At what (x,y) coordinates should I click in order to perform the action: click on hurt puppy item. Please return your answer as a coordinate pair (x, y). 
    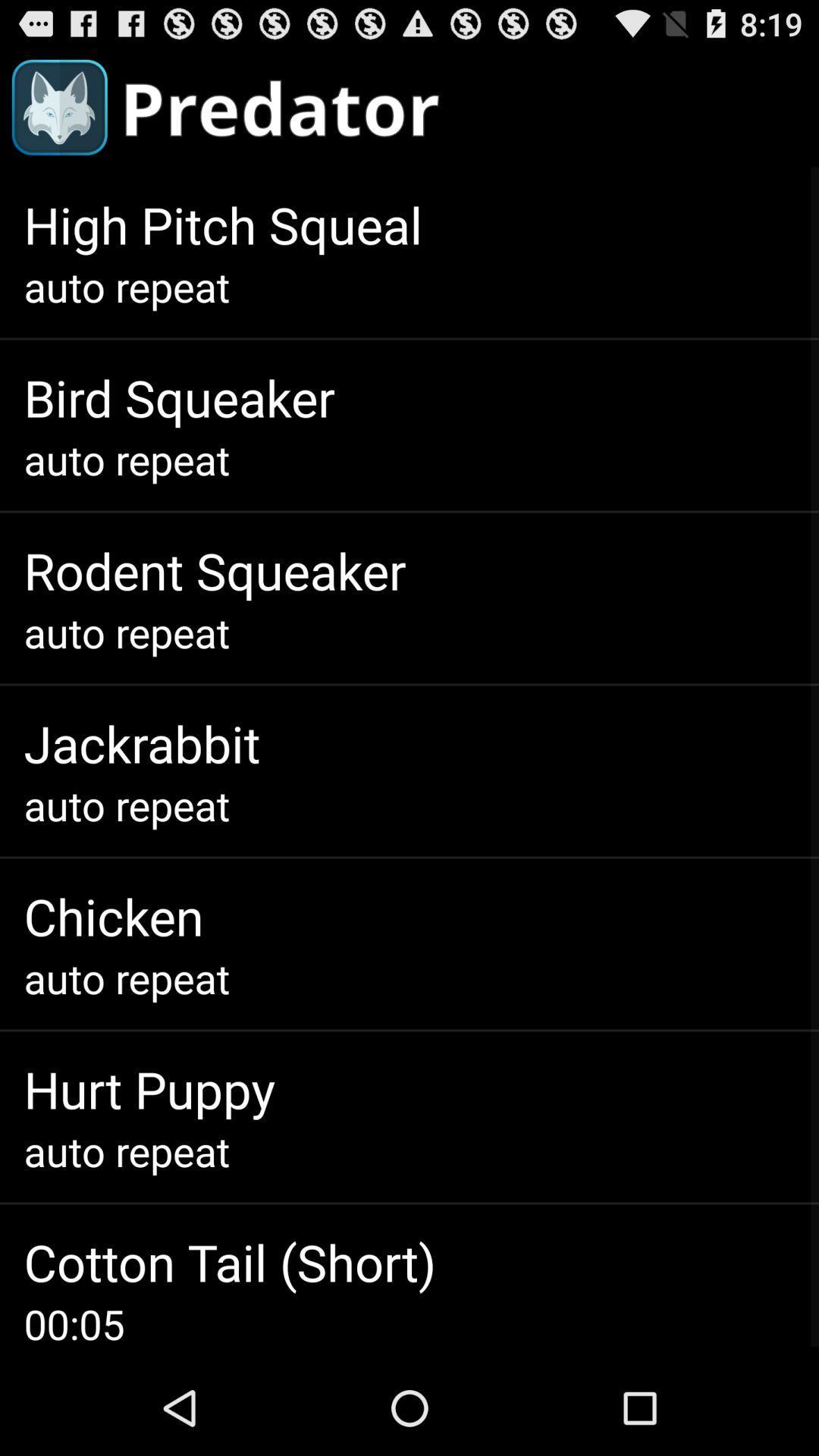
    Looking at the image, I should click on (149, 1088).